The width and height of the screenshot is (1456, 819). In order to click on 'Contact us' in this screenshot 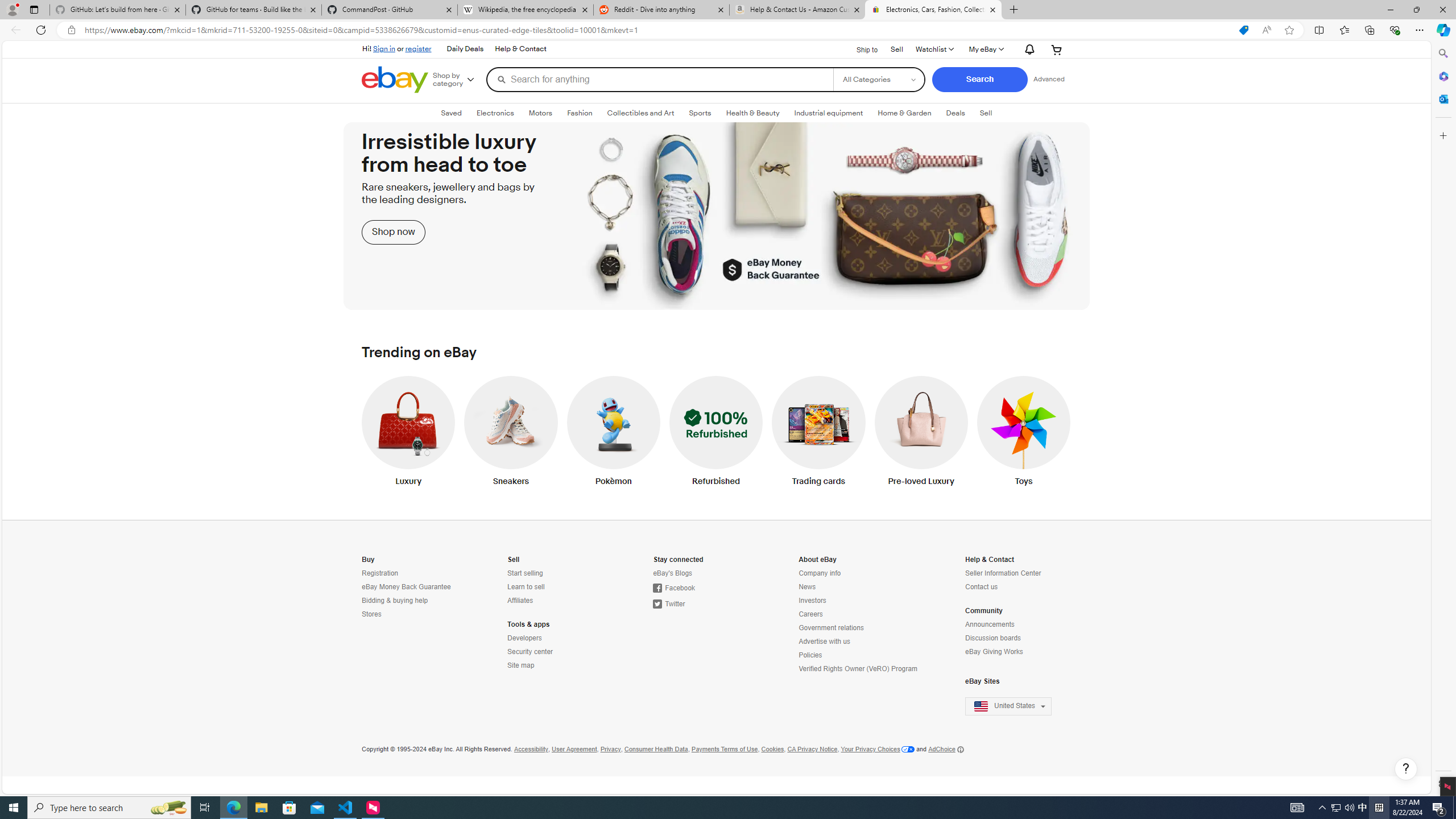, I will do `click(981, 586)`.